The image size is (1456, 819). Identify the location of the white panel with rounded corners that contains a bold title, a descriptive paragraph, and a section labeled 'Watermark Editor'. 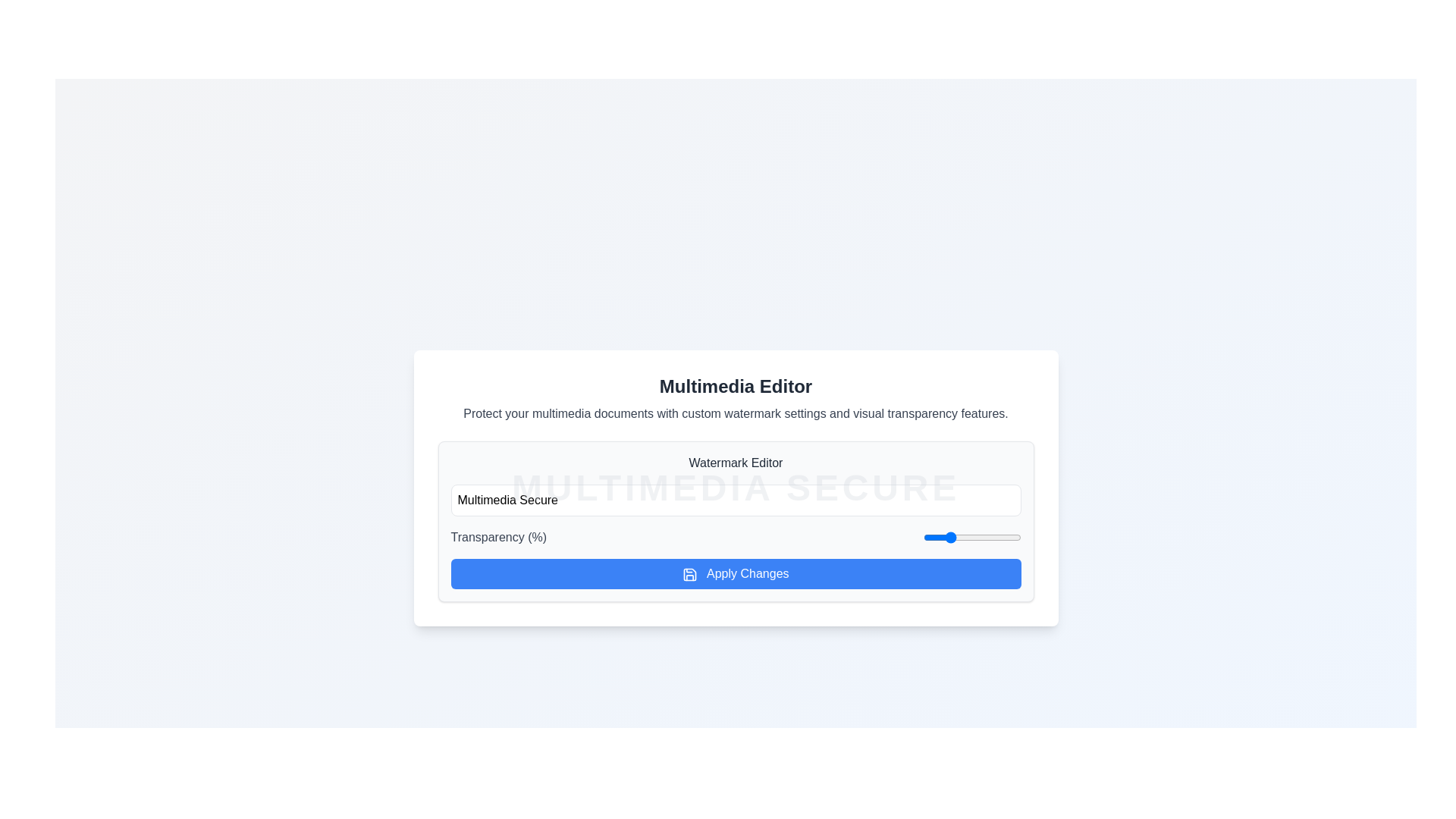
(736, 488).